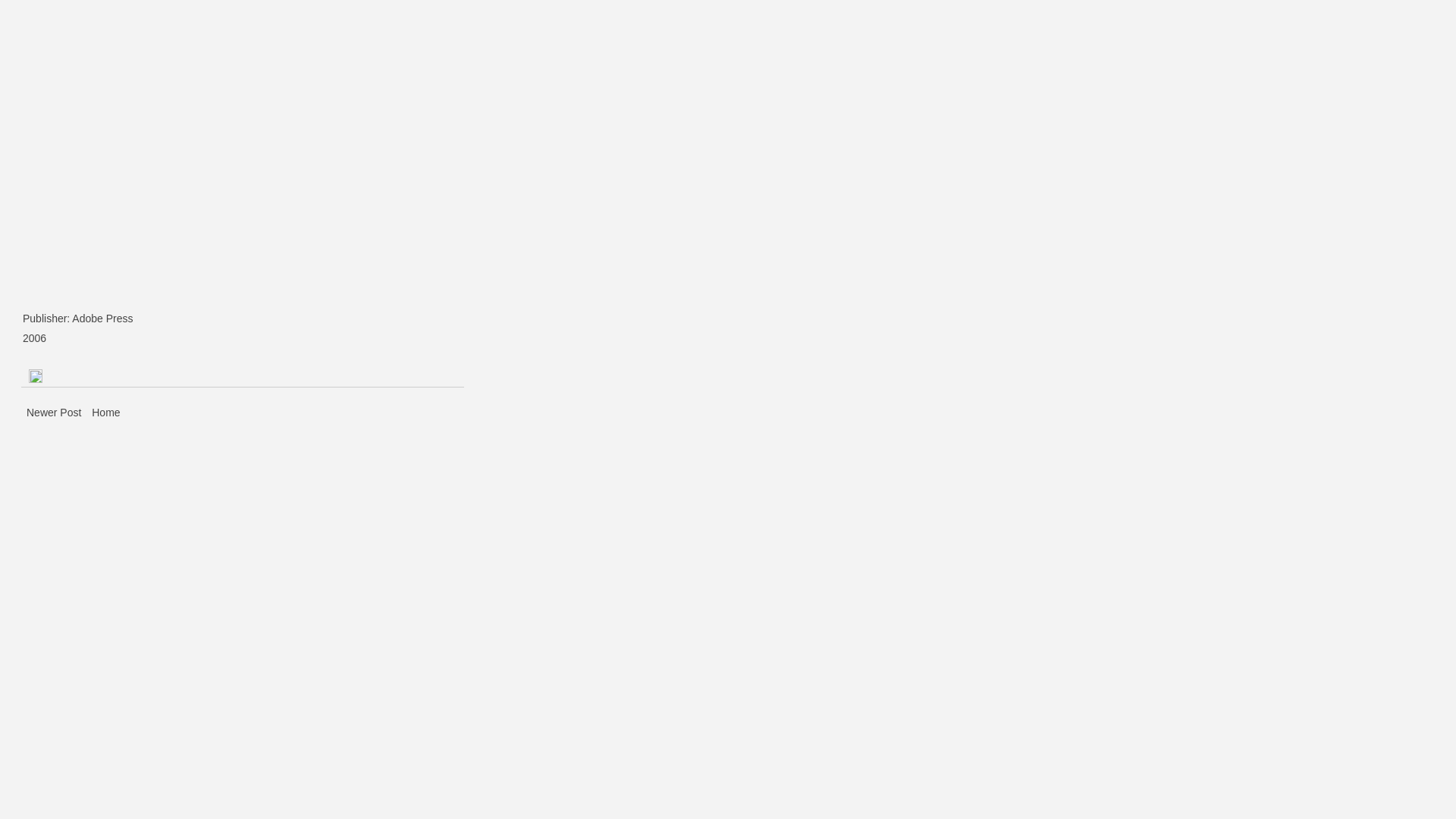 This screenshot has height=819, width=1456. I want to click on 'Home', so click(105, 412).